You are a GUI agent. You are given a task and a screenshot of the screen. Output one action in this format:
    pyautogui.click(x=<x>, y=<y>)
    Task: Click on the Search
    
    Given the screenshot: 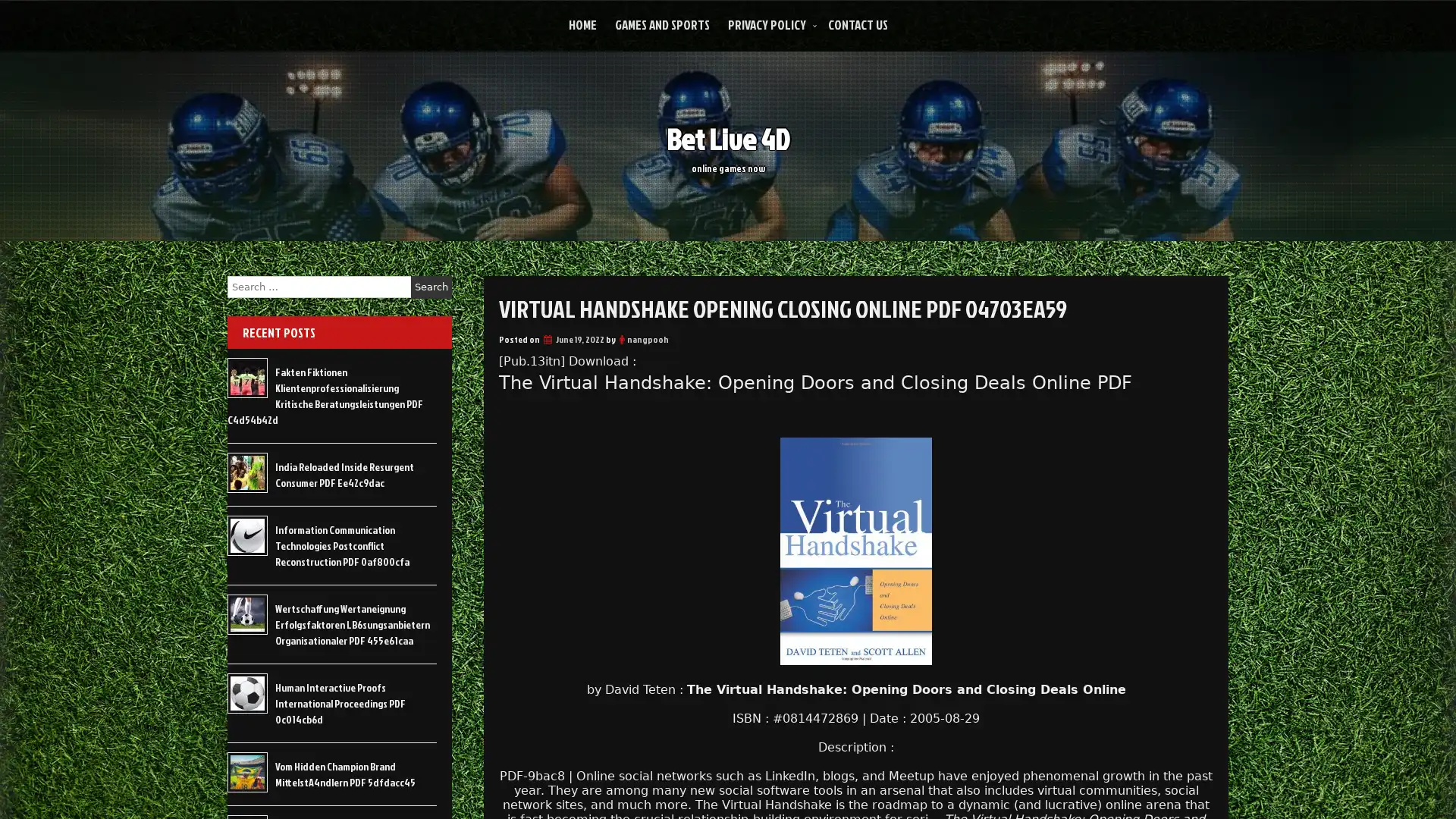 What is the action you would take?
    pyautogui.click(x=431, y=287)
    